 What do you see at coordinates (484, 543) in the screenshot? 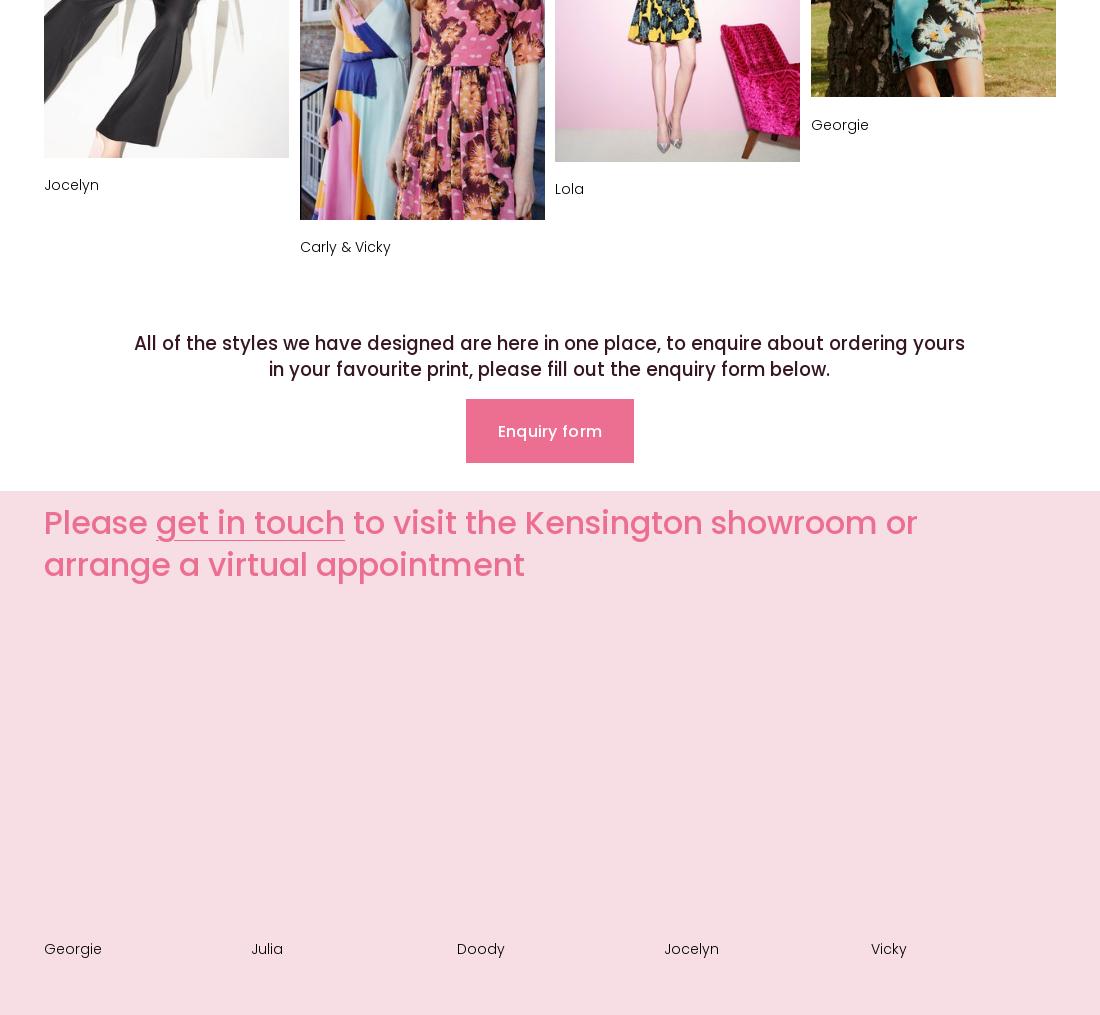
I see `'to visit the Kensington showroom or arrange a virtual appointment'` at bounding box center [484, 543].